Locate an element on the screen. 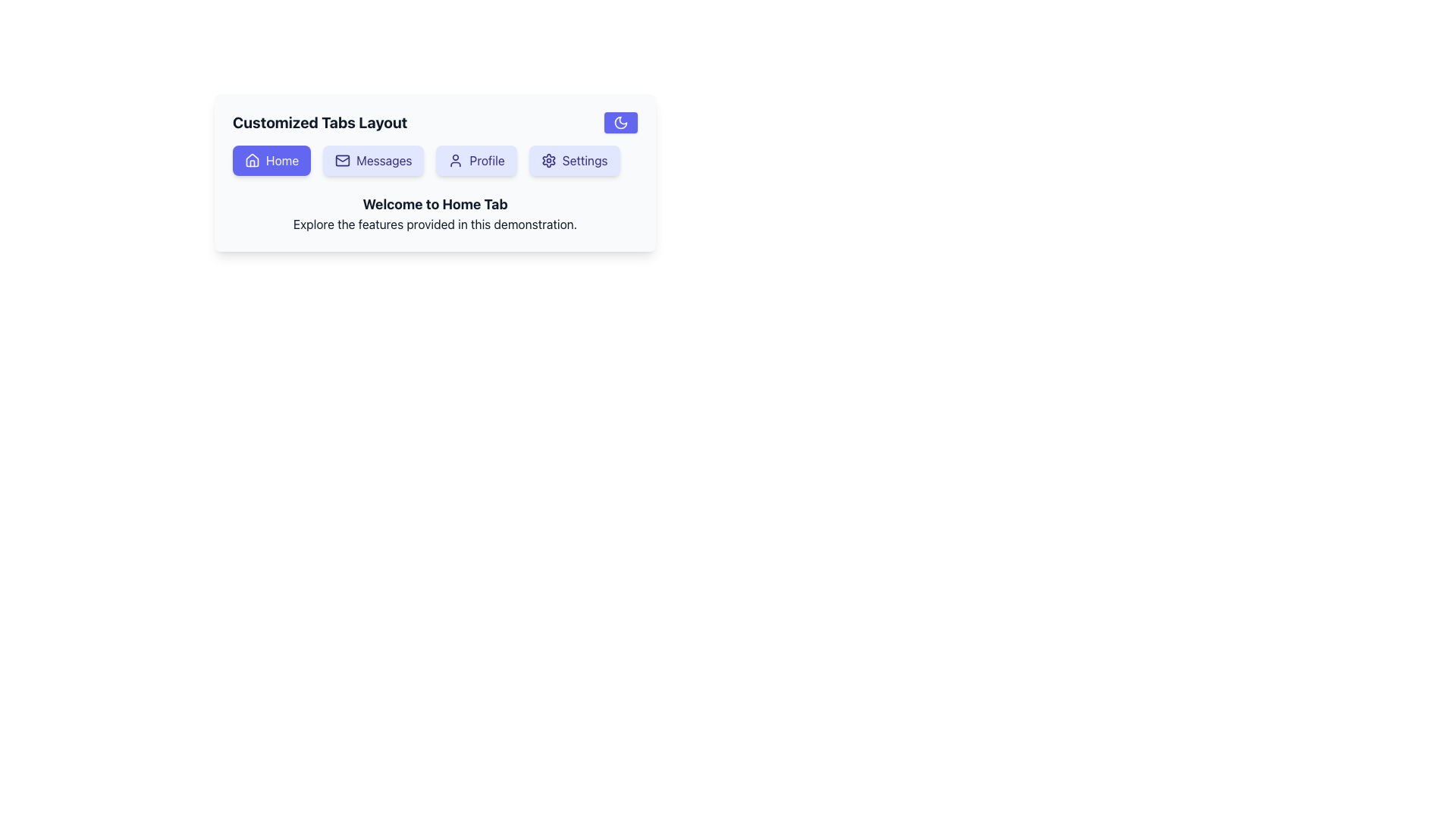 Image resolution: width=1456 pixels, height=819 pixels. text content of the two-line text block that says 'Welcome to Home Tab' and 'Explore the features provided in this demonstration.' is located at coordinates (435, 213).